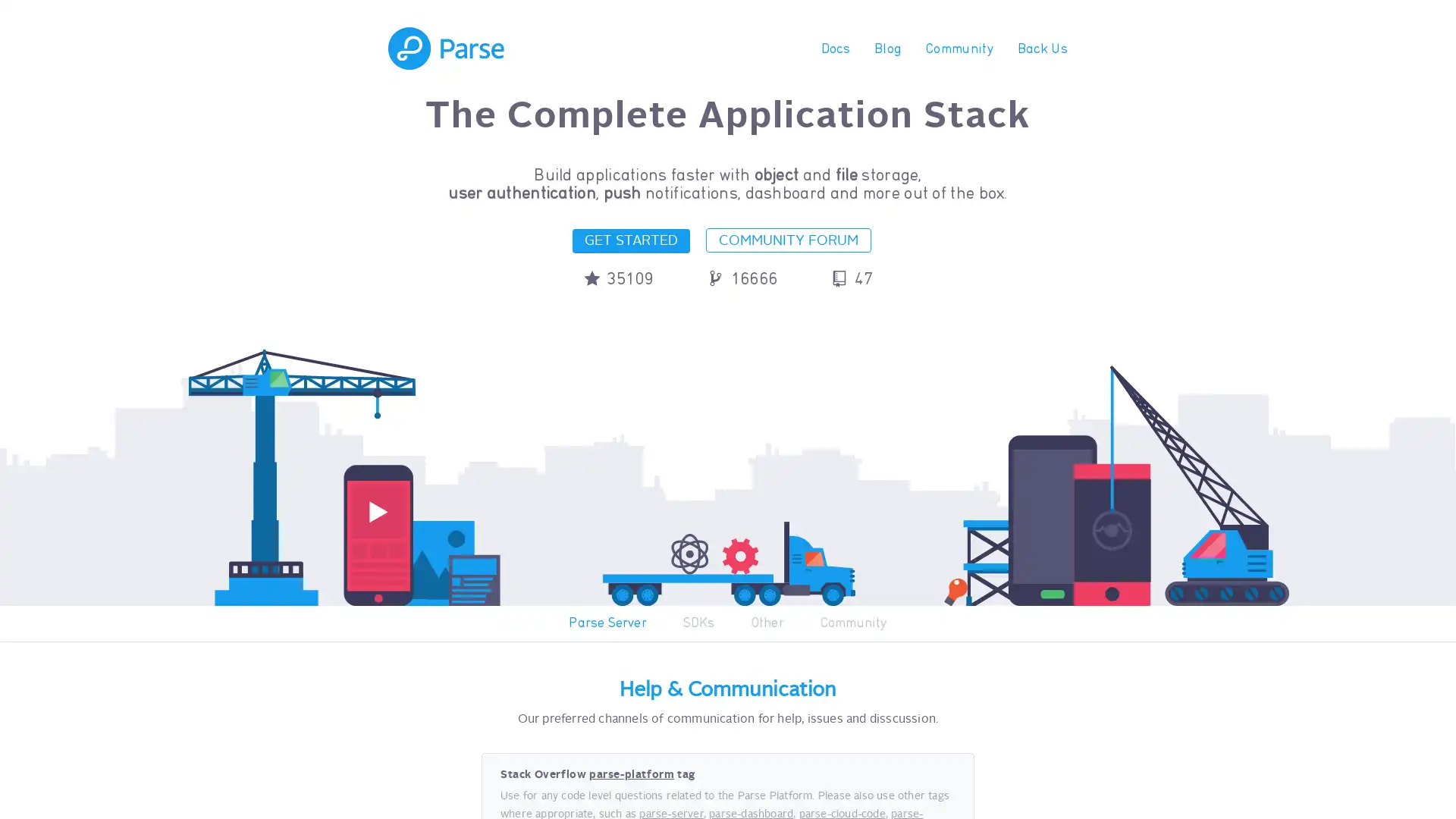 This screenshot has width=1456, height=819. What do you see at coordinates (789, 239) in the screenshot?
I see `COMMUNITY FORUM` at bounding box center [789, 239].